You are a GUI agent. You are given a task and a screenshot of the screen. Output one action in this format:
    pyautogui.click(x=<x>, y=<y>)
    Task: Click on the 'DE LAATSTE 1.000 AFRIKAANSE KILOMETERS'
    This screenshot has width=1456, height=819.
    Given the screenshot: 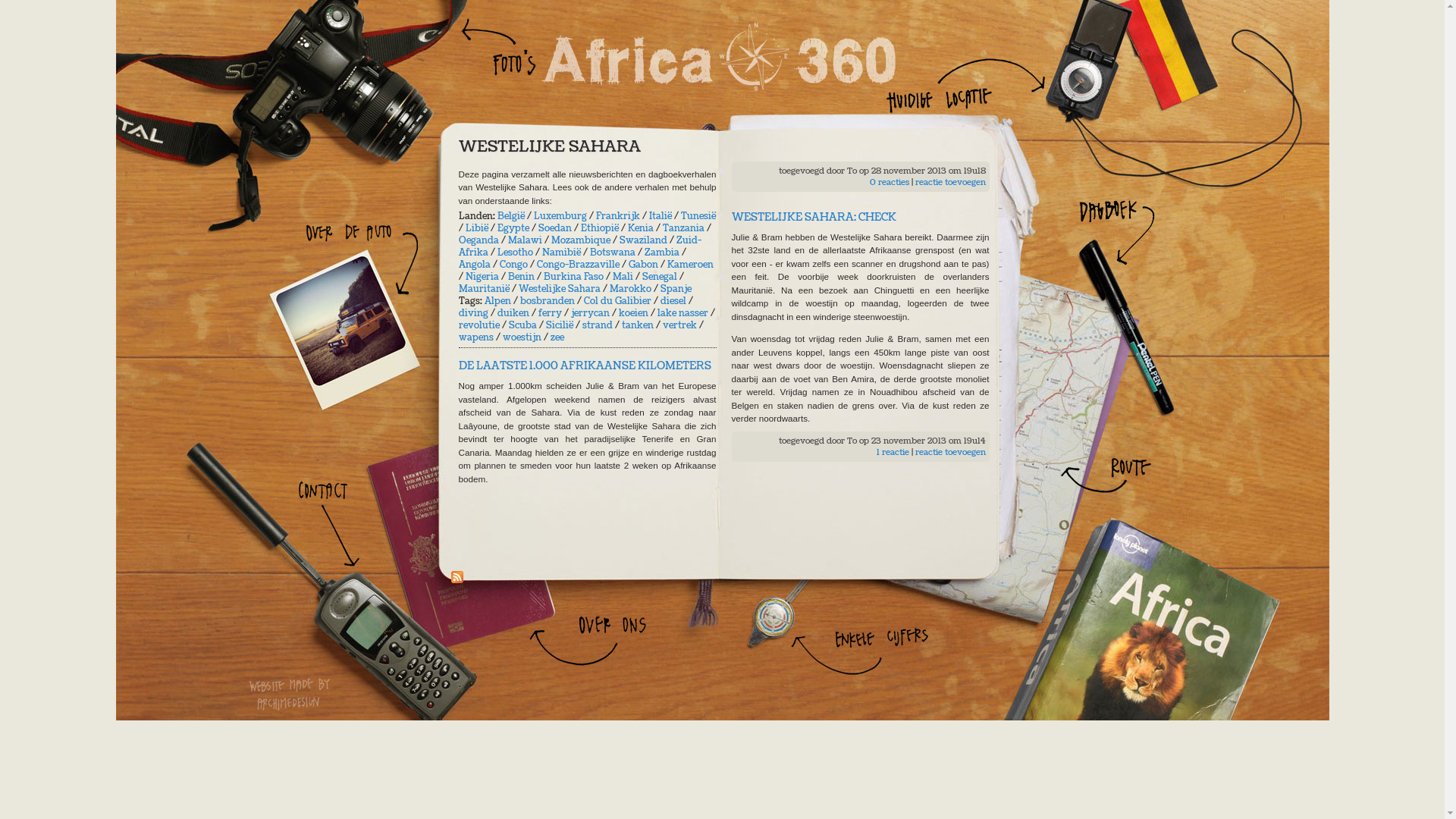 What is the action you would take?
    pyautogui.click(x=457, y=366)
    